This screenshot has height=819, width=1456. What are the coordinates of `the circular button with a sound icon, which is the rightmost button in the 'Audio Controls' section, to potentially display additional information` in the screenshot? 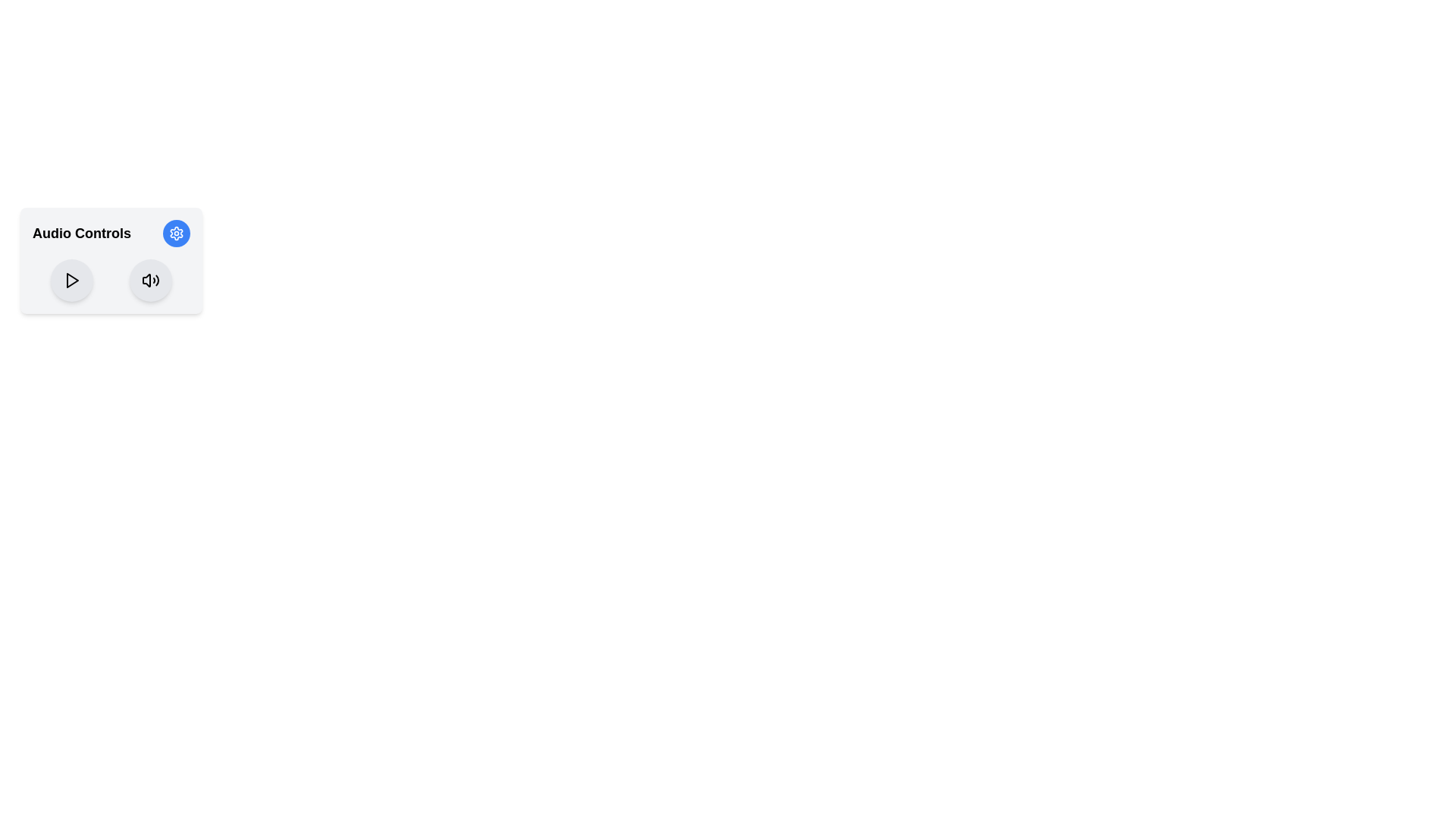 It's located at (150, 281).